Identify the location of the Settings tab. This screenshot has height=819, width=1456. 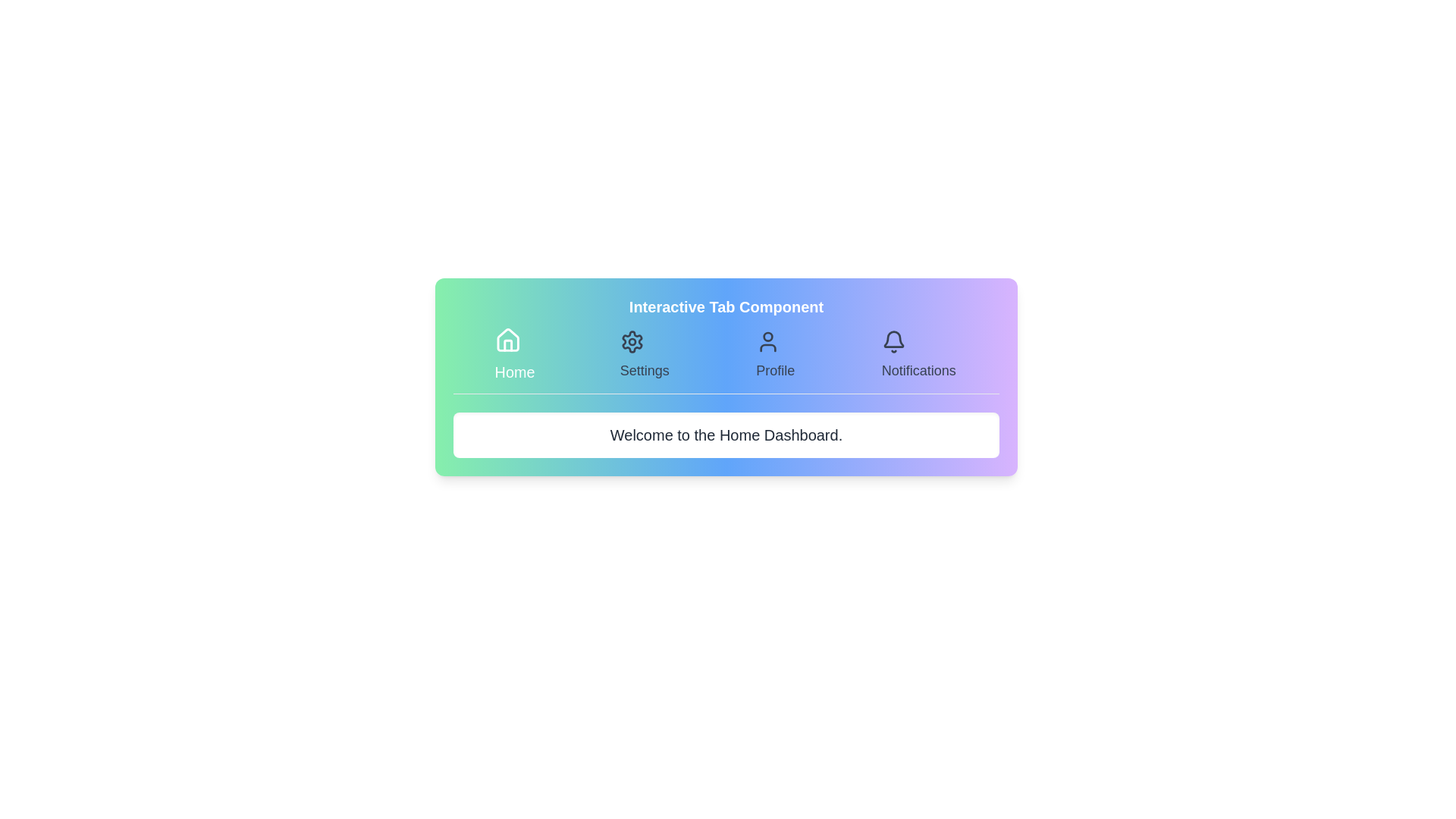
(644, 356).